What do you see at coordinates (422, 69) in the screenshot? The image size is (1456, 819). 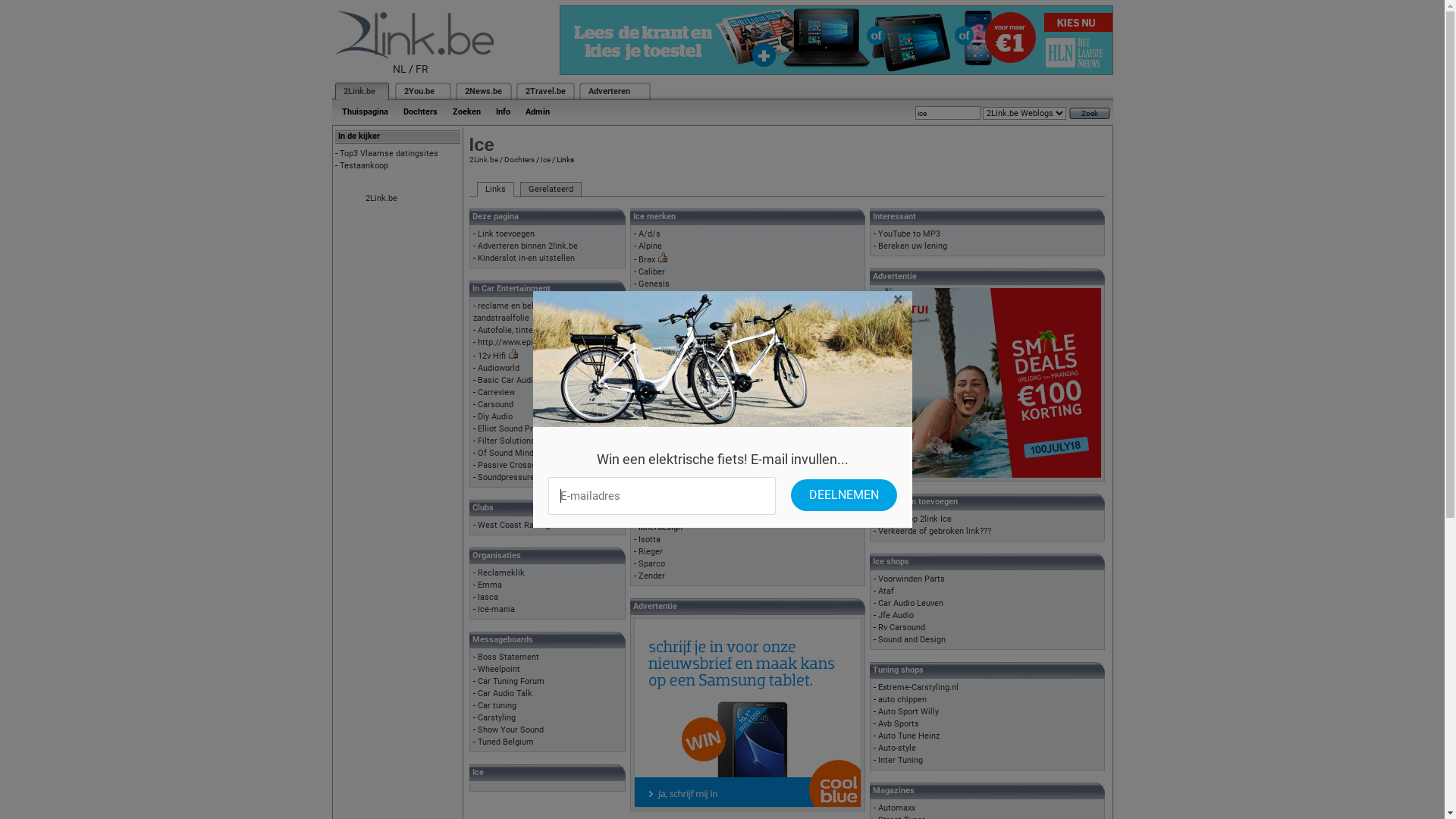 I see `'FR'` at bounding box center [422, 69].